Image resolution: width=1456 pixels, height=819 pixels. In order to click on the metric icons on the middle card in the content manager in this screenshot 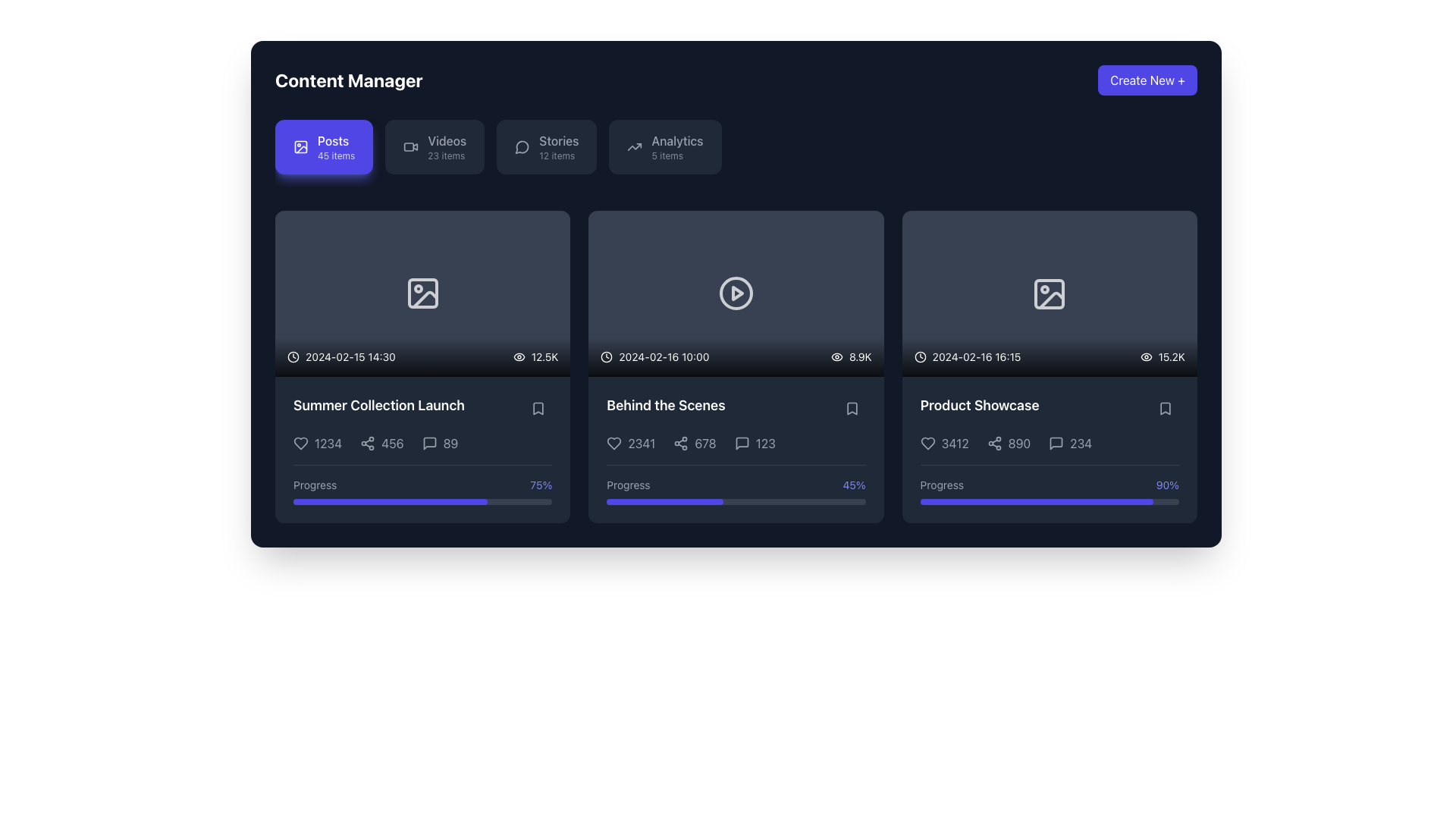, I will do `click(736, 366)`.